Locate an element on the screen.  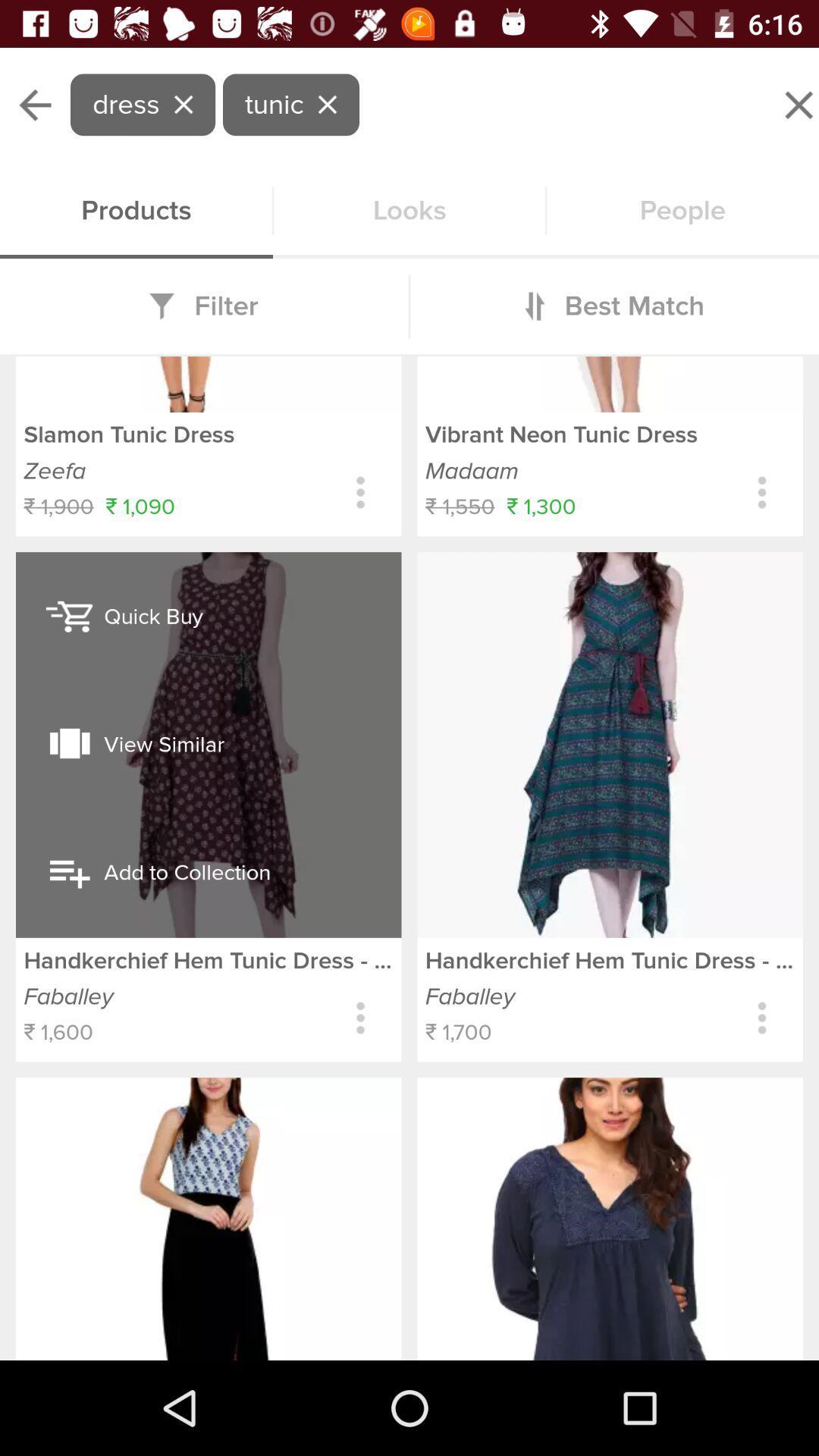
product details is located at coordinates (409, 808).